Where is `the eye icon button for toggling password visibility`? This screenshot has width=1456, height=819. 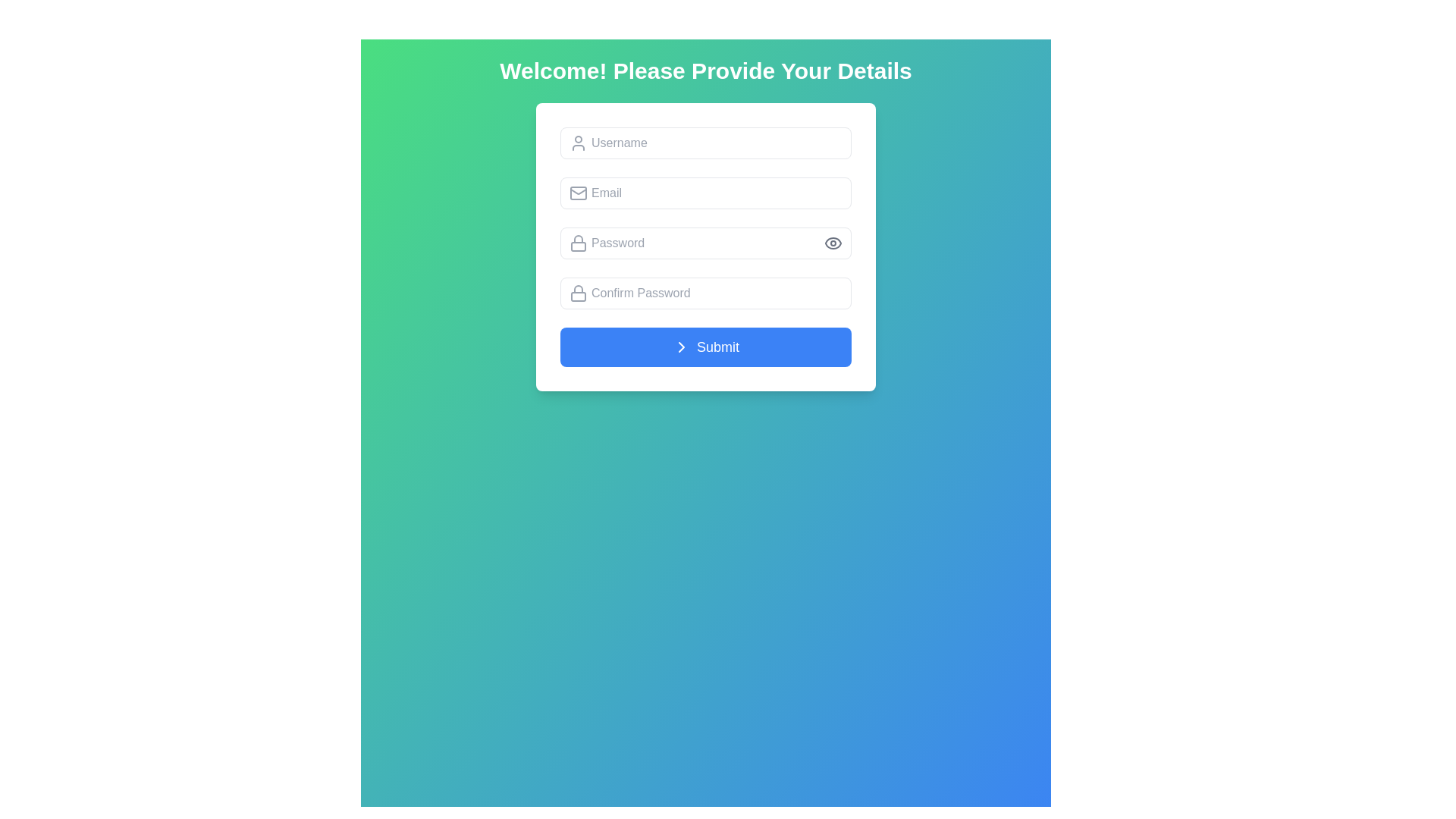
the eye icon button for toggling password visibility is located at coordinates (833, 242).